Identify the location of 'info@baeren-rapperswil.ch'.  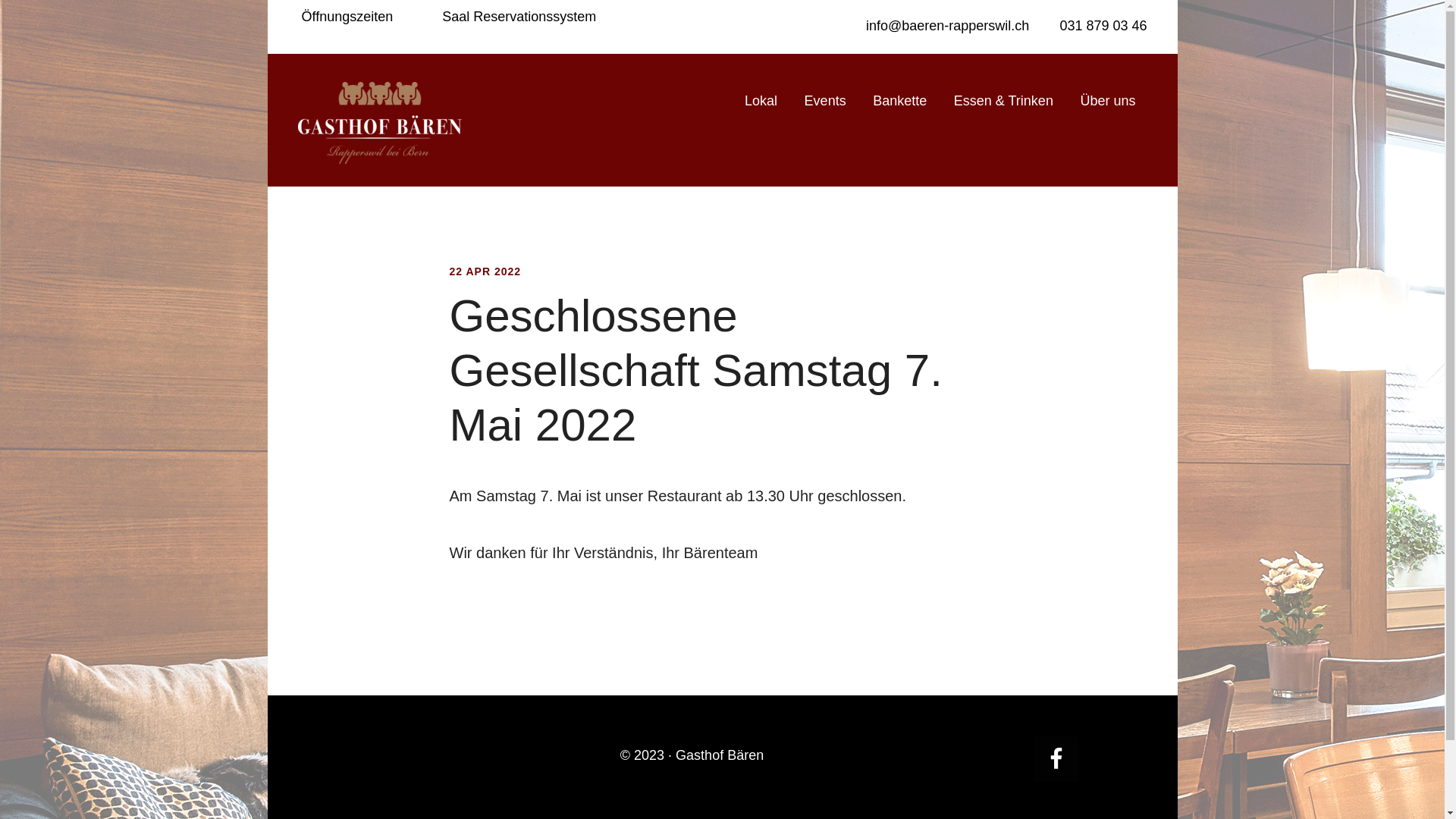
(945, 26).